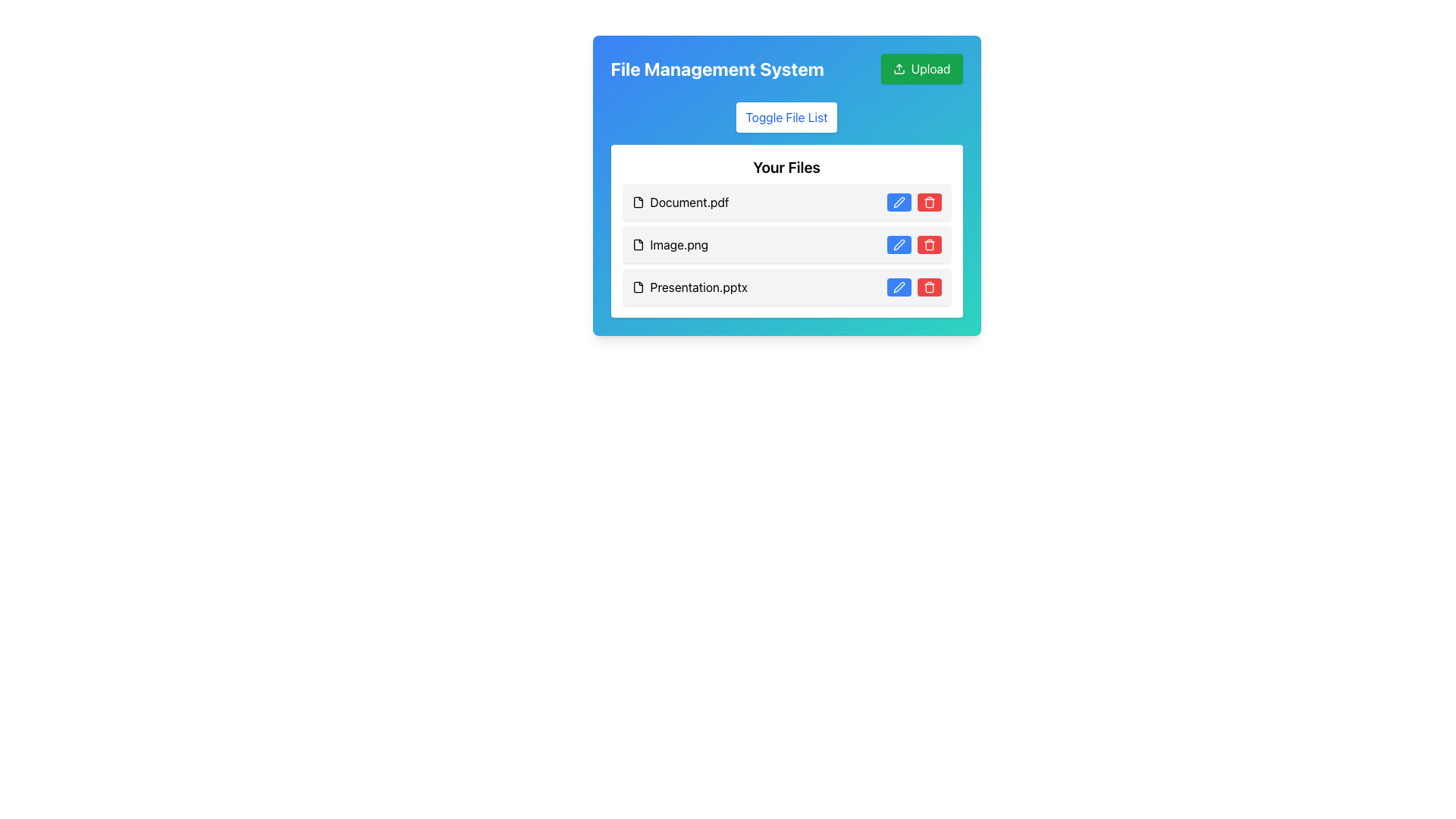  What do you see at coordinates (786, 244) in the screenshot?
I see `the List Item representing the file entry 'Image.png'` at bounding box center [786, 244].